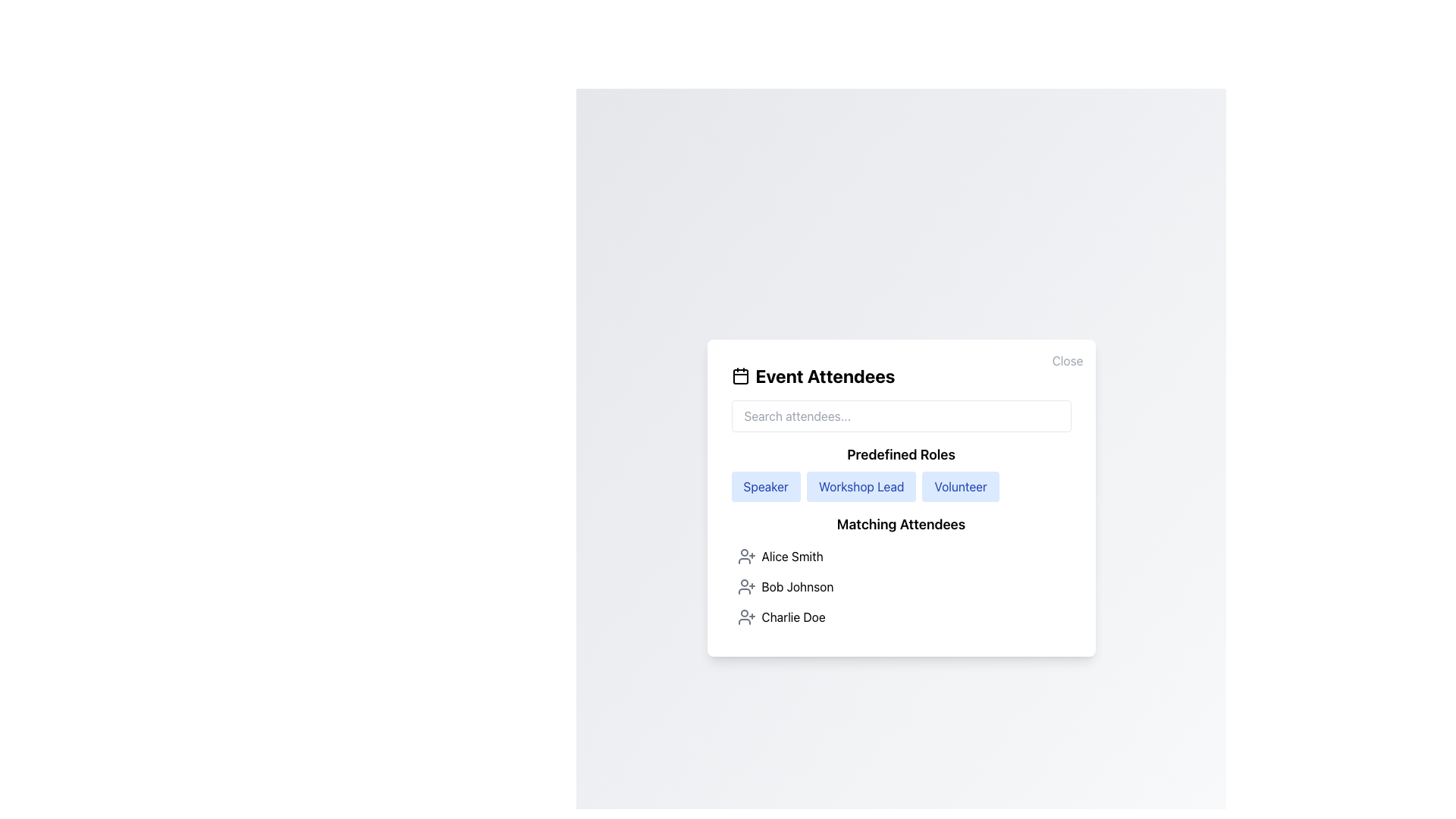 Image resolution: width=1456 pixels, height=819 pixels. What do you see at coordinates (766, 486) in the screenshot?
I see `the 'Speaker' button, which is the first button in the 'Predefined Roles' section` at bounding box center [766, 486].